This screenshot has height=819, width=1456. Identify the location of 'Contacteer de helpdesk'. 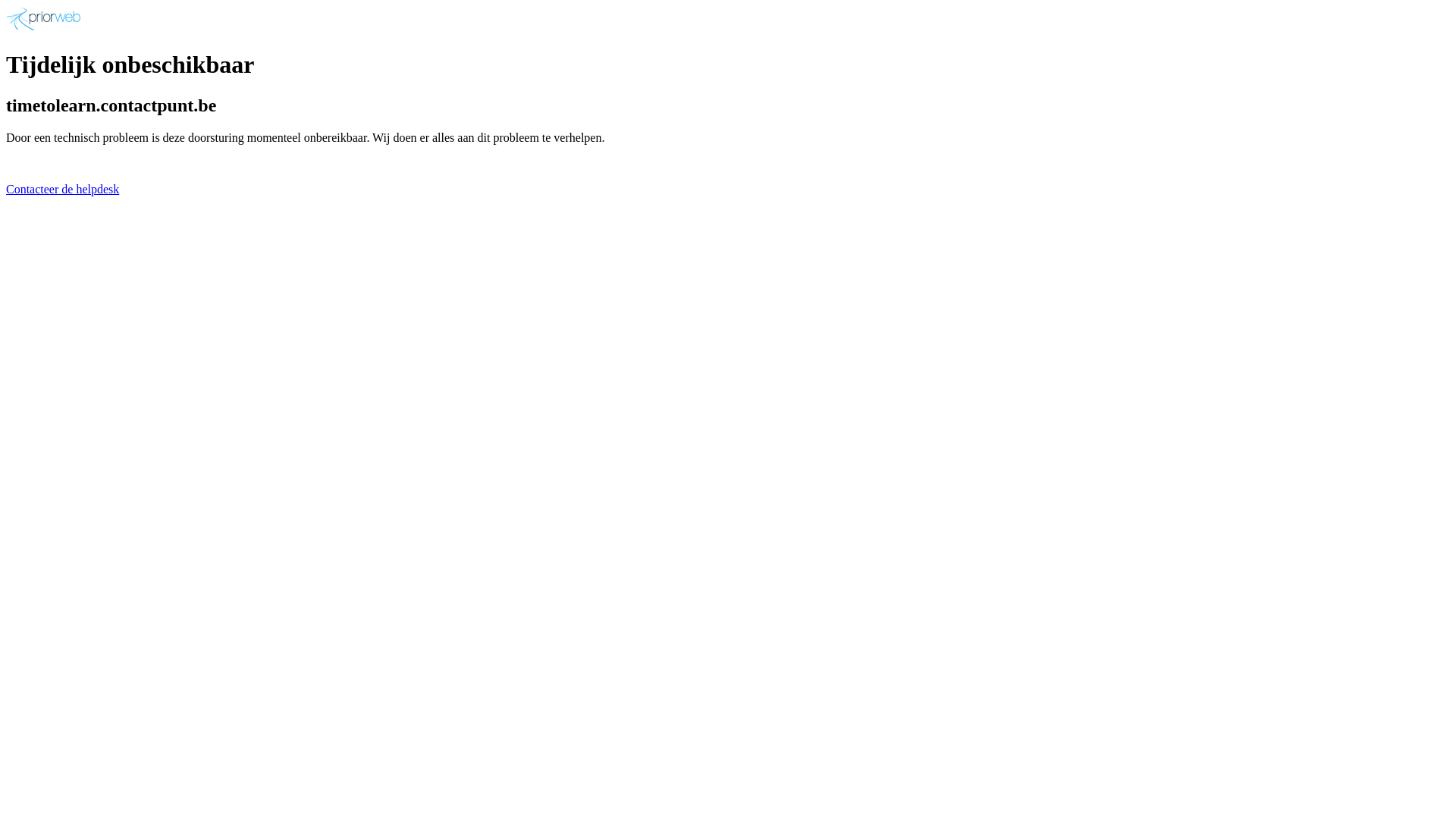
(61, 188).